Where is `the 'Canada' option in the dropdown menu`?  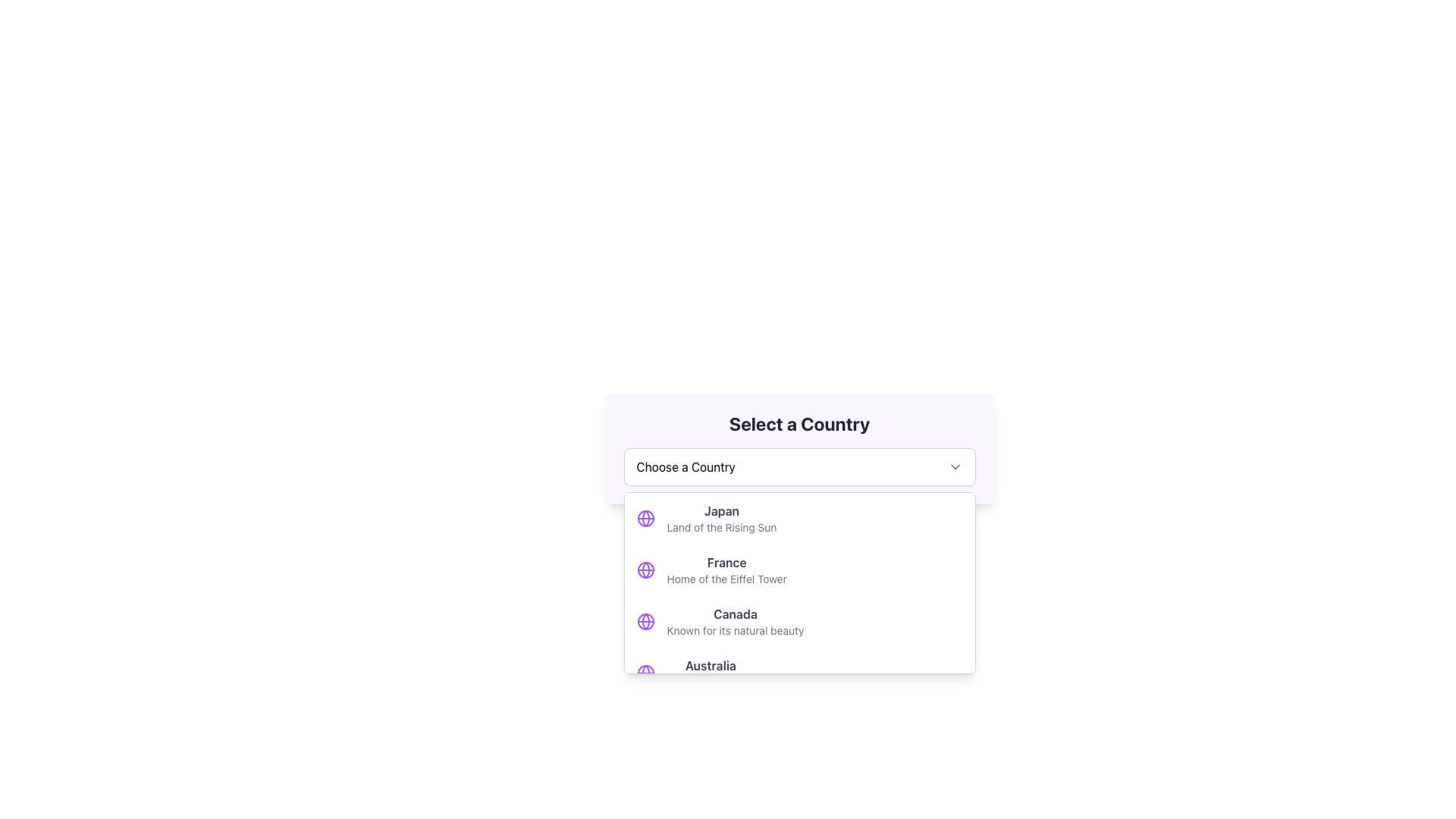 the 'Canada' option in the dropdown menu is located at coordinates (799, 622).